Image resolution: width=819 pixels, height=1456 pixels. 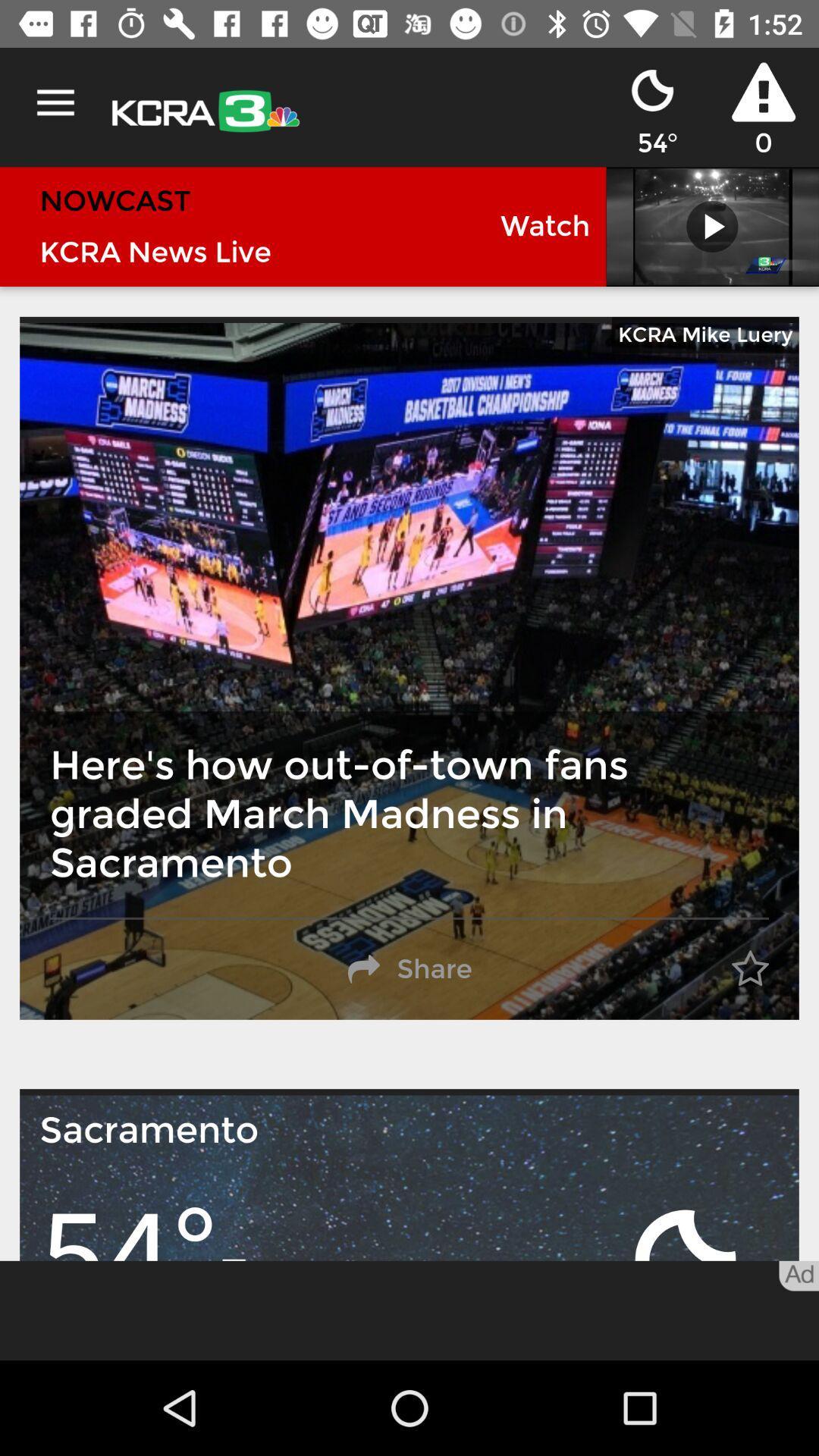 What do you see at coordinates (749, 968) in the screenshot?
I see `icon to the right of the share icon` at bounding box center [749, 968].